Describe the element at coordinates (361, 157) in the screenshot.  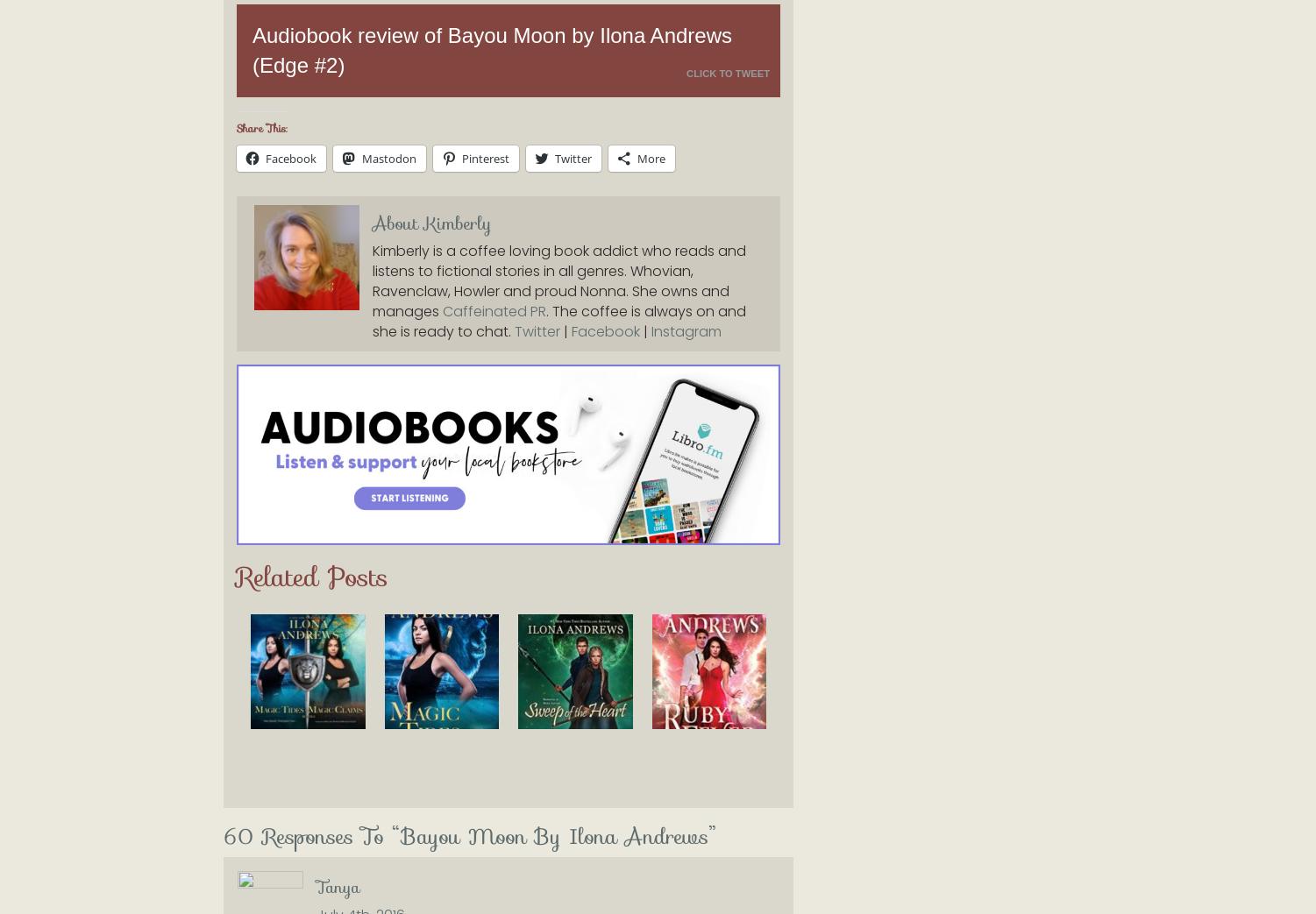
I see `'Mastodon'` at that location.